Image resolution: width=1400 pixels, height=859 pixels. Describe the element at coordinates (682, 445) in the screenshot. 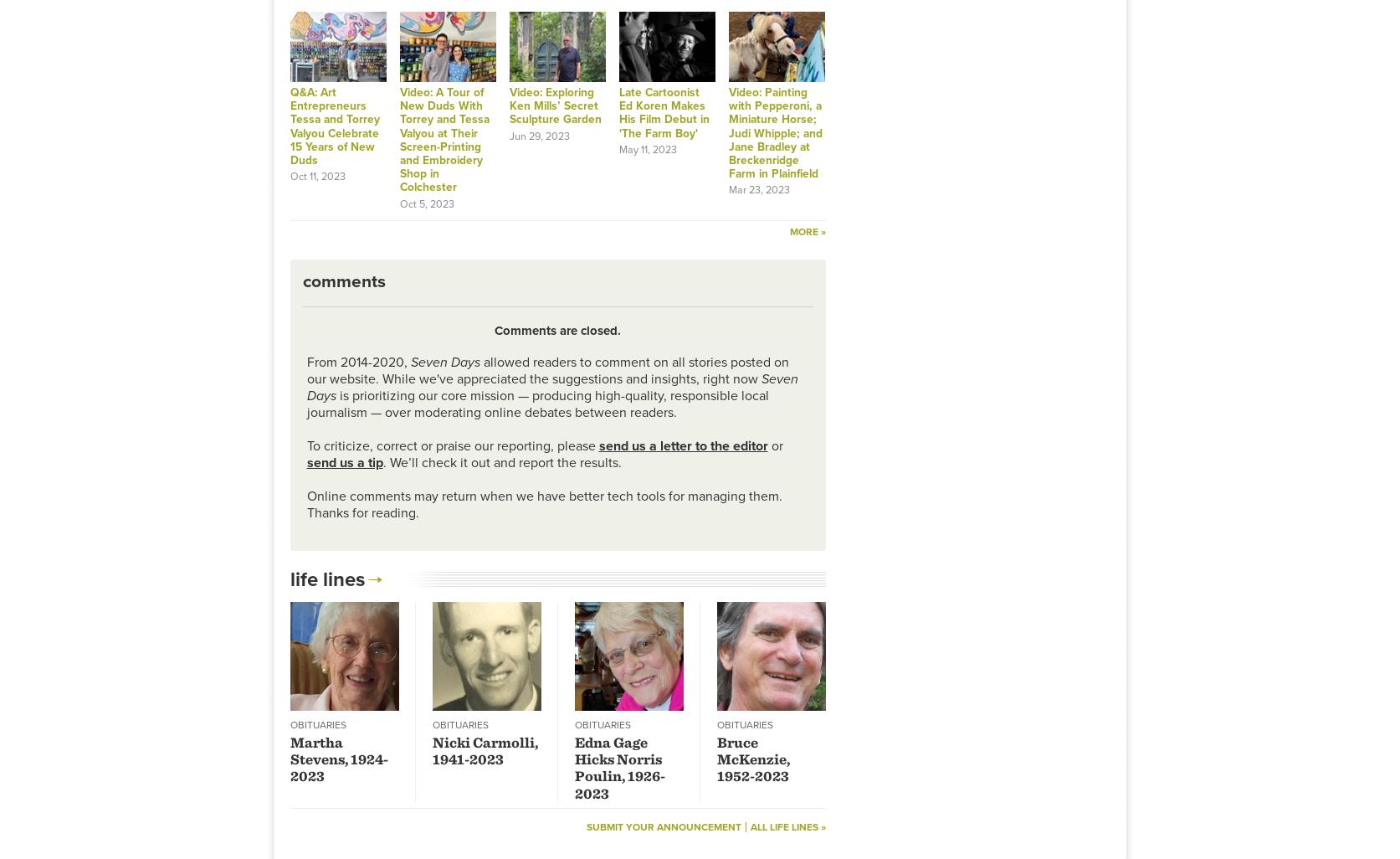

I see `'send us a letter to the editor'` at that location.